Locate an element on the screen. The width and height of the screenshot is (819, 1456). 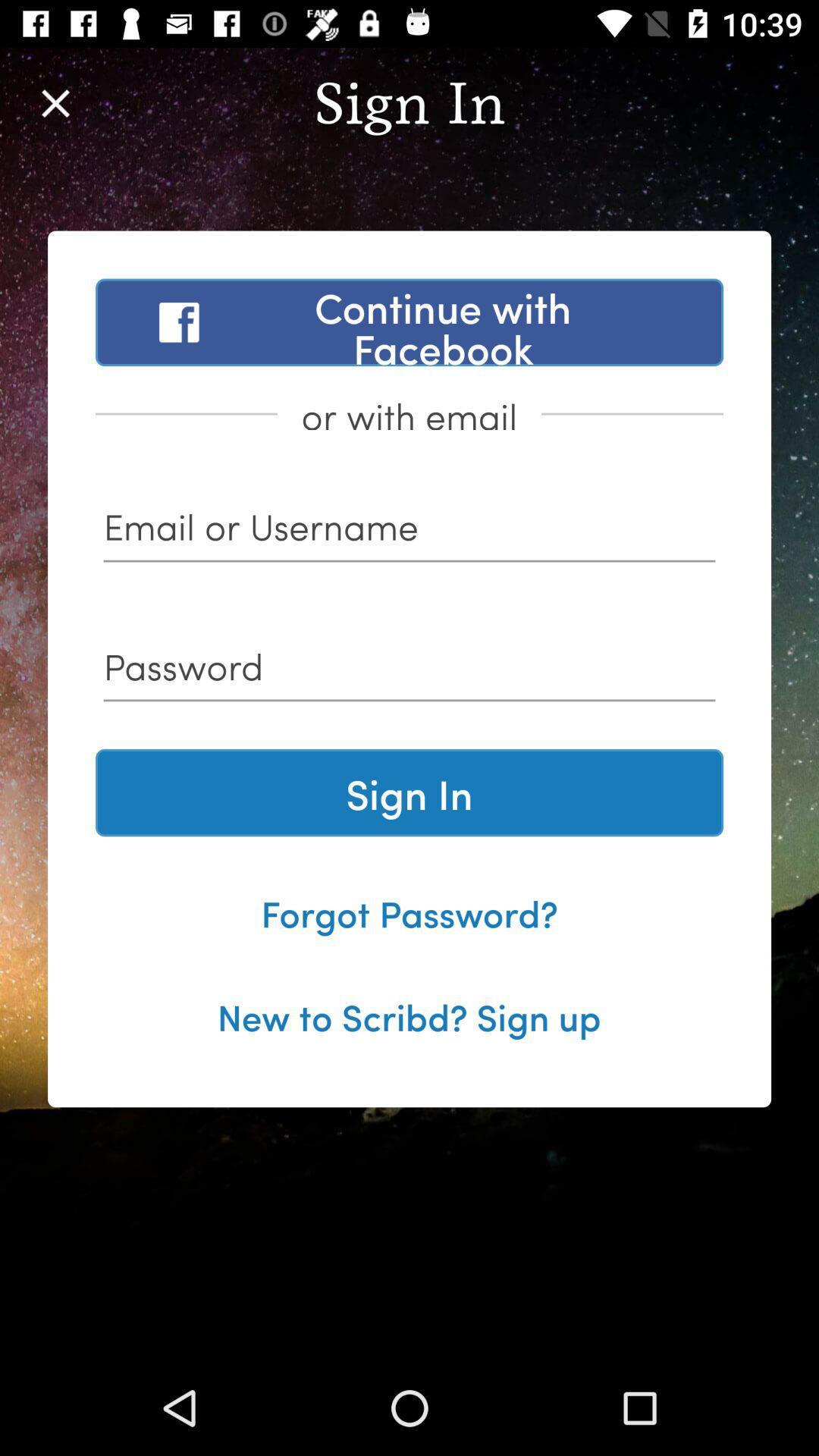
the icon at the top left corner is located at coordinates (55, 102).